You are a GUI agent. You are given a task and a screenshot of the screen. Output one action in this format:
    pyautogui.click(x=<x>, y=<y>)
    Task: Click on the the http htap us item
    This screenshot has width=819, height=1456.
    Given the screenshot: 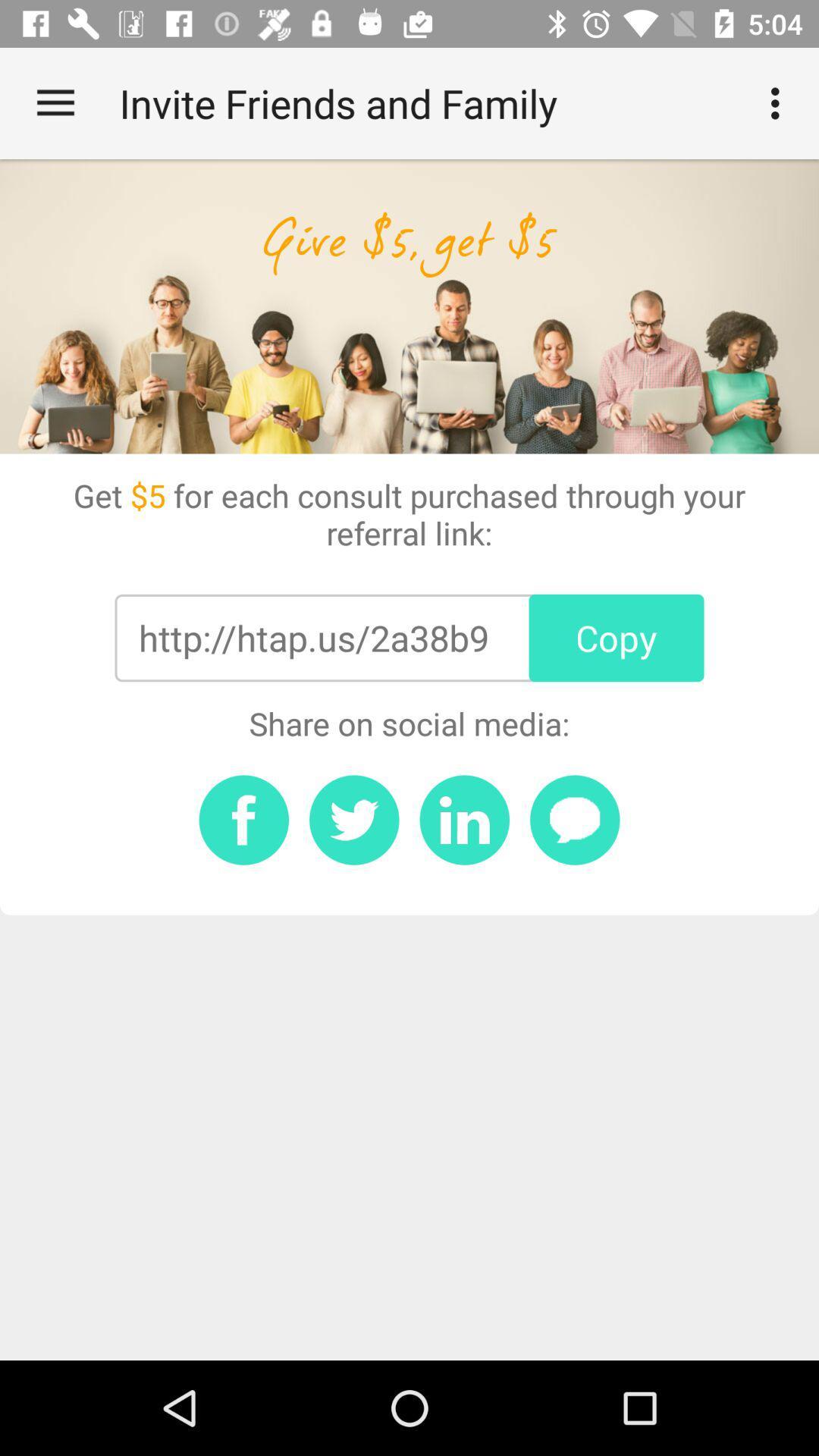 What is the action you would take?
    pyautogui.click(x=312, y=638)
    